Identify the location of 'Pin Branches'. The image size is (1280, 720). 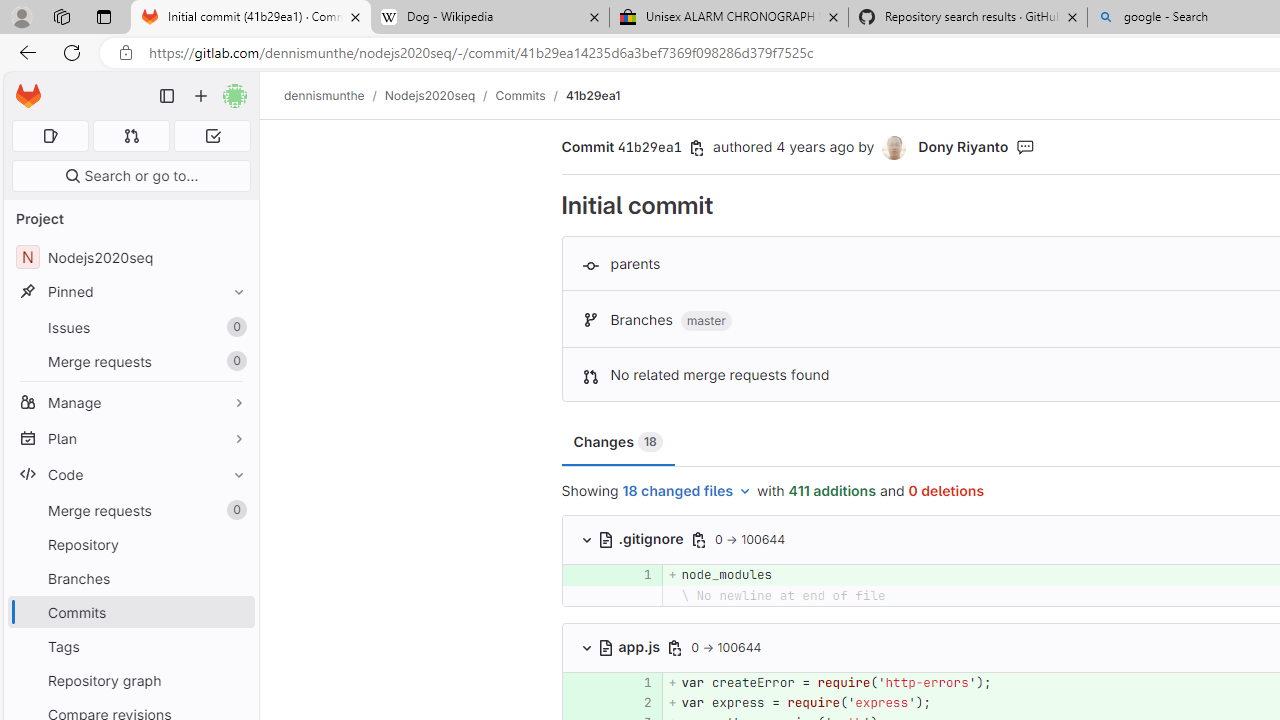
(234, 578).